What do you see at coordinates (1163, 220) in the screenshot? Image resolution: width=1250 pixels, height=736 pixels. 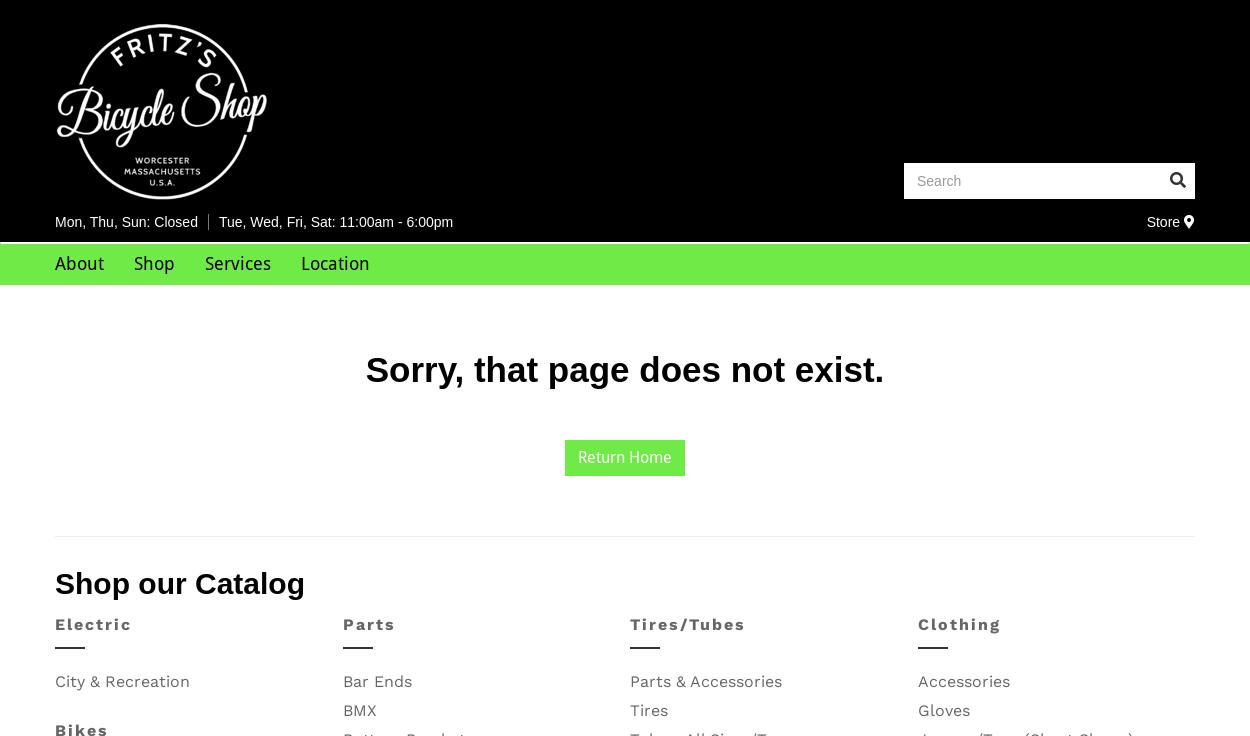 I see `'Store'` at bounding box center [1163, 220].